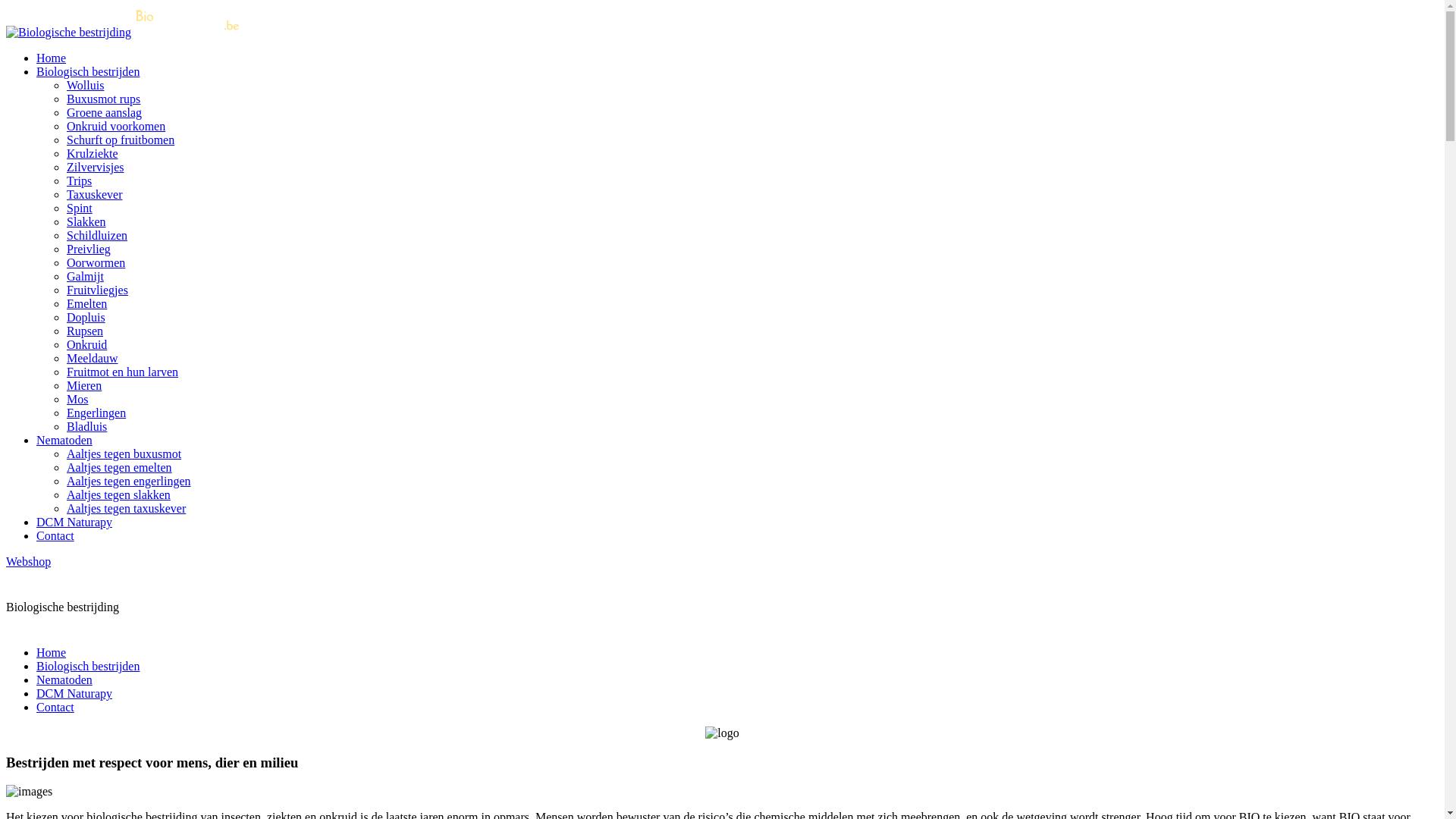  I want to click on 'Wolluis', so click(65, 85).